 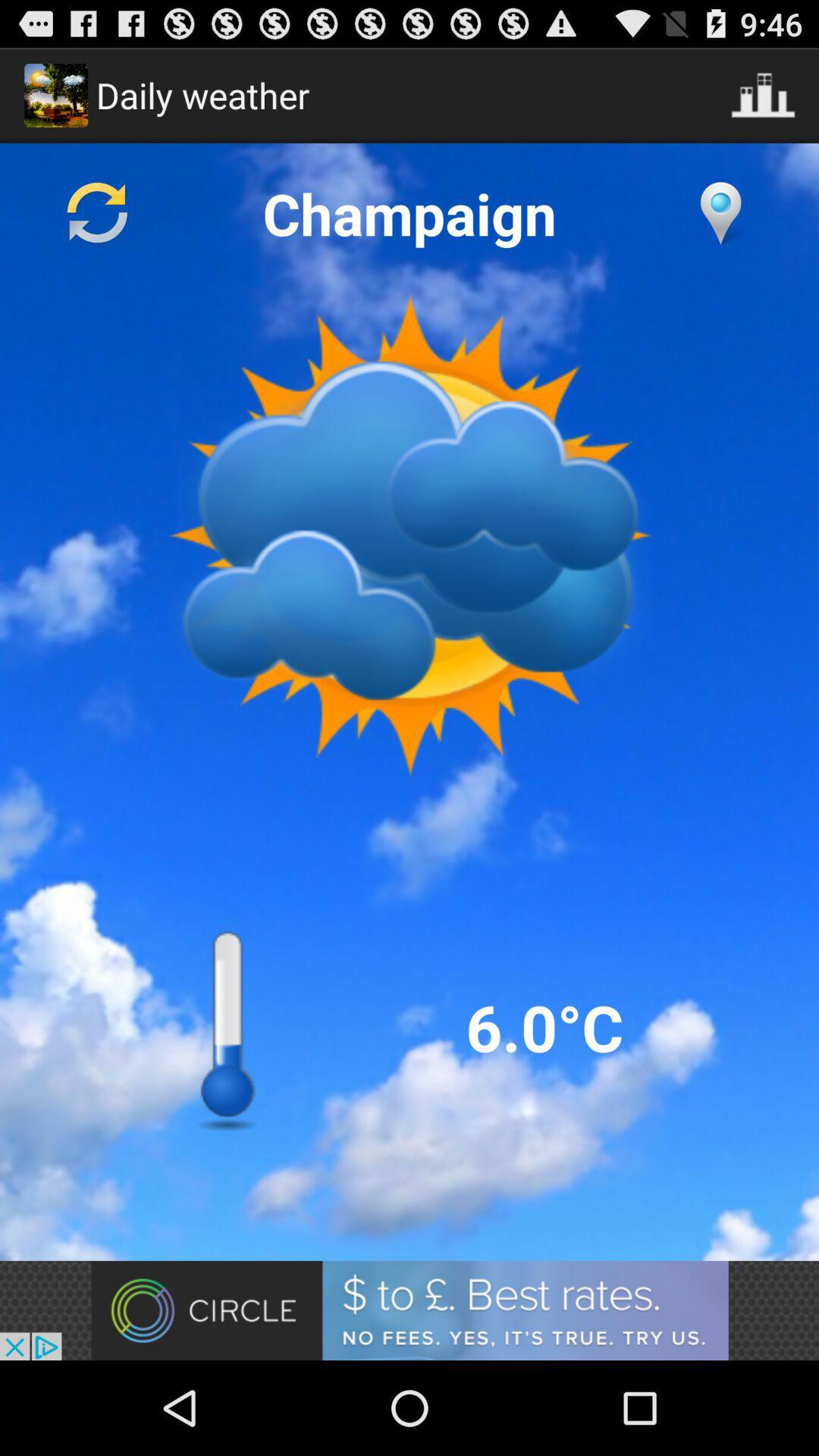 I want to click on reload screen, so click(x=98, y=212).